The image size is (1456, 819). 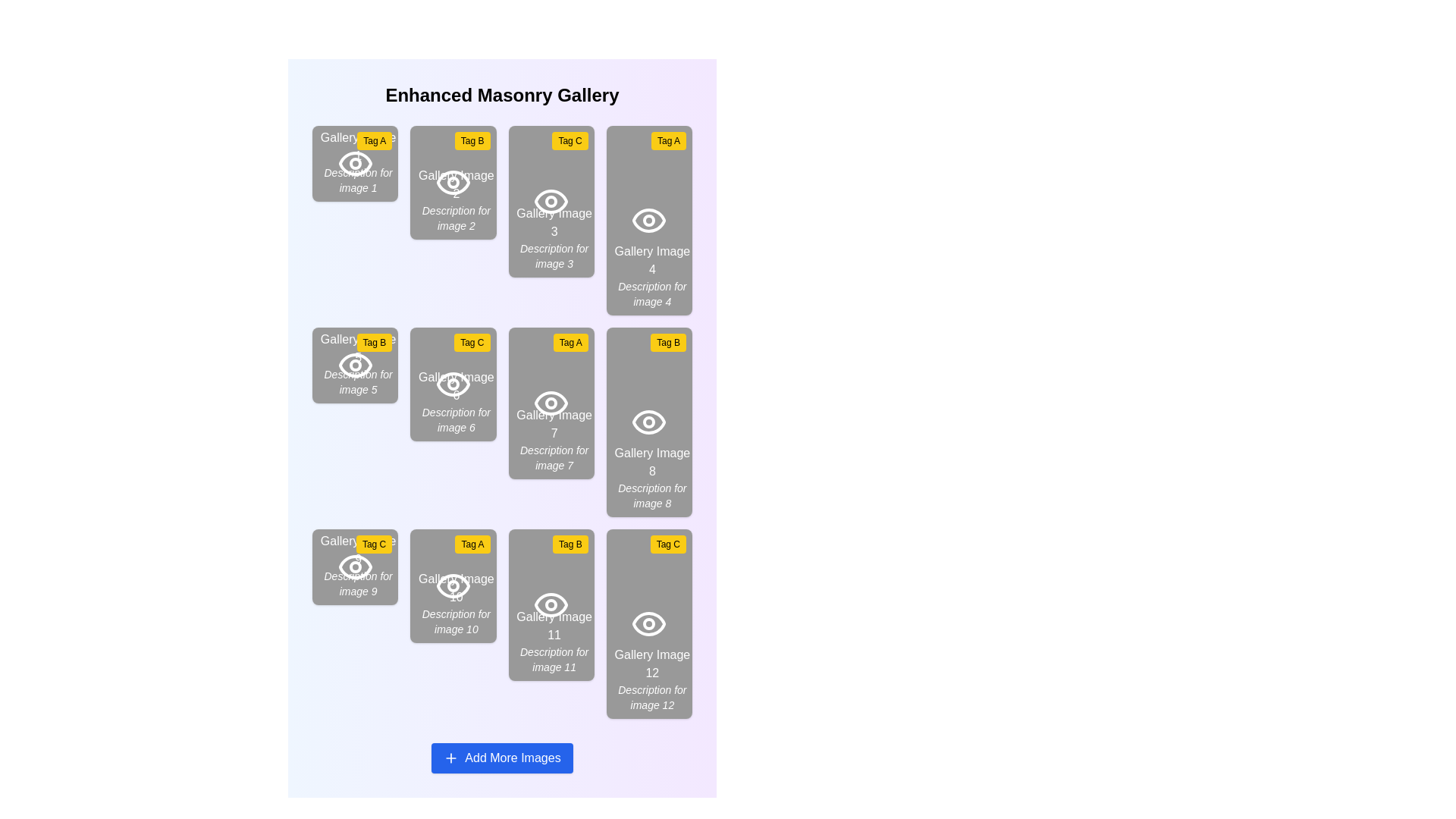 I want to click on the text label serving as the title for gallery image 7, located in the third row, second column of the gallery grid, so click(x=554, y=424).